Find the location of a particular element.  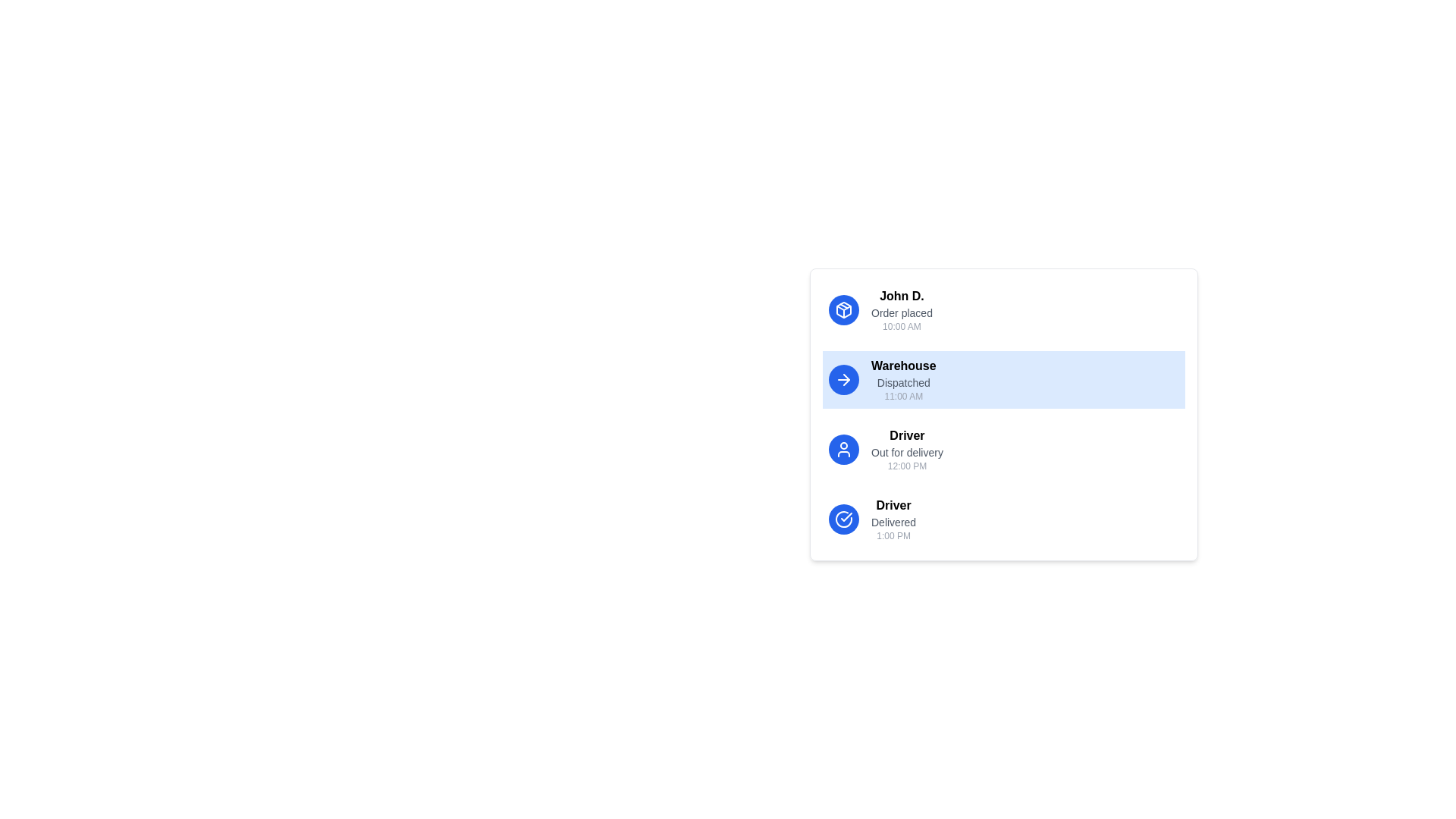

the status indicator text label which is positioned below the bold 'Driver' text and above the time label '1:00 PM' in the fourth item of a vertically structured timeline is located at coordinates (893, 522).